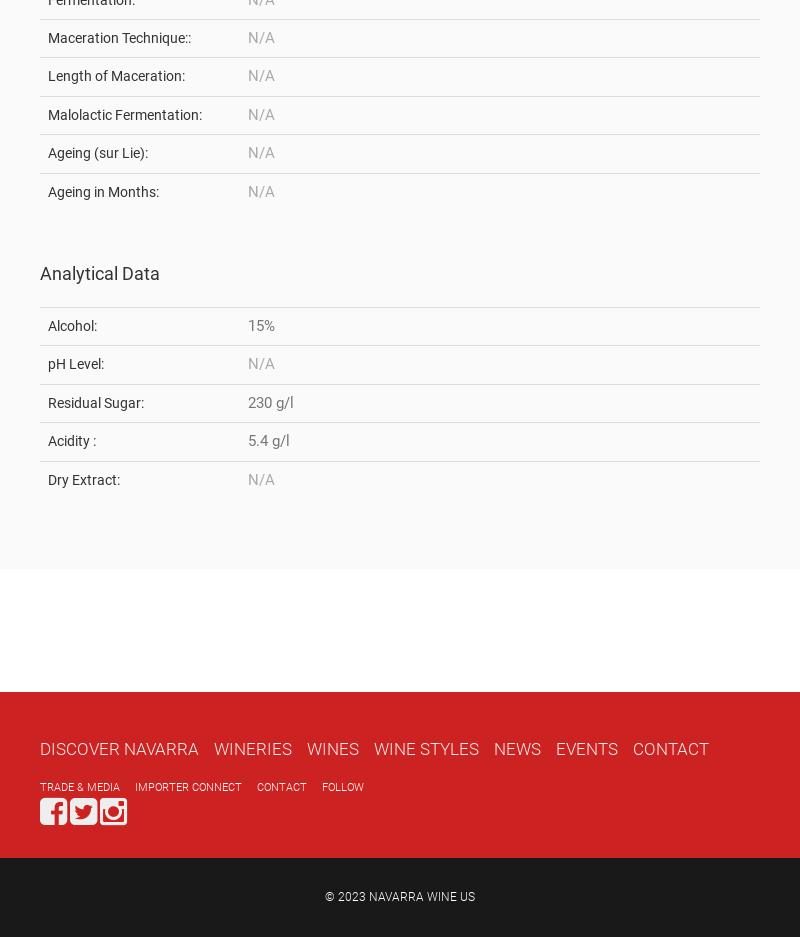 This screenshot has width=800, height=937. What do you see at coordinates (47, 74) in the screenshot?
I see `'Length of Maceration:'` at bounding box center [47, 74].